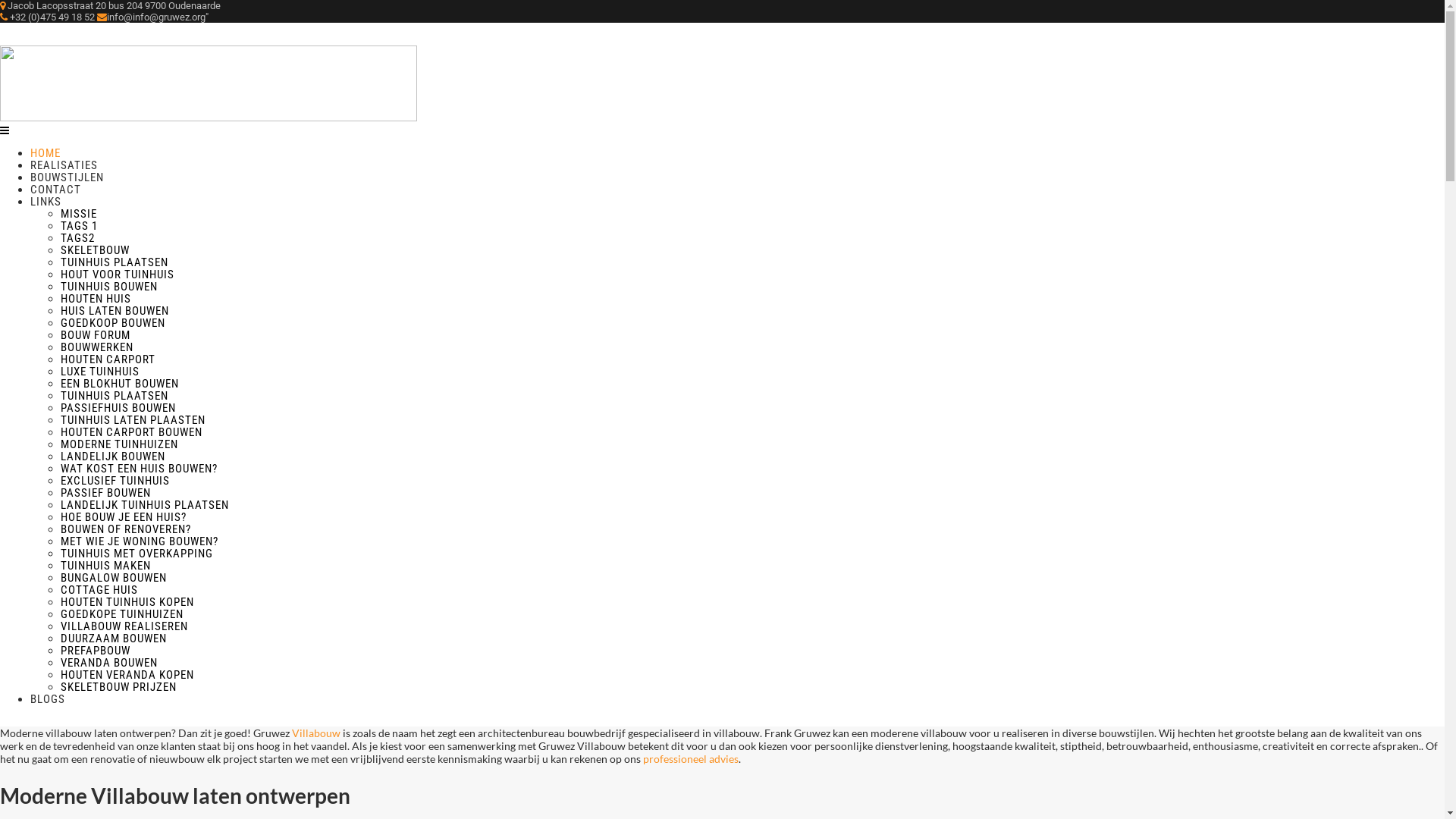  I want to click on 'HUIS LATEN BOUWEN', so click(114, 309).